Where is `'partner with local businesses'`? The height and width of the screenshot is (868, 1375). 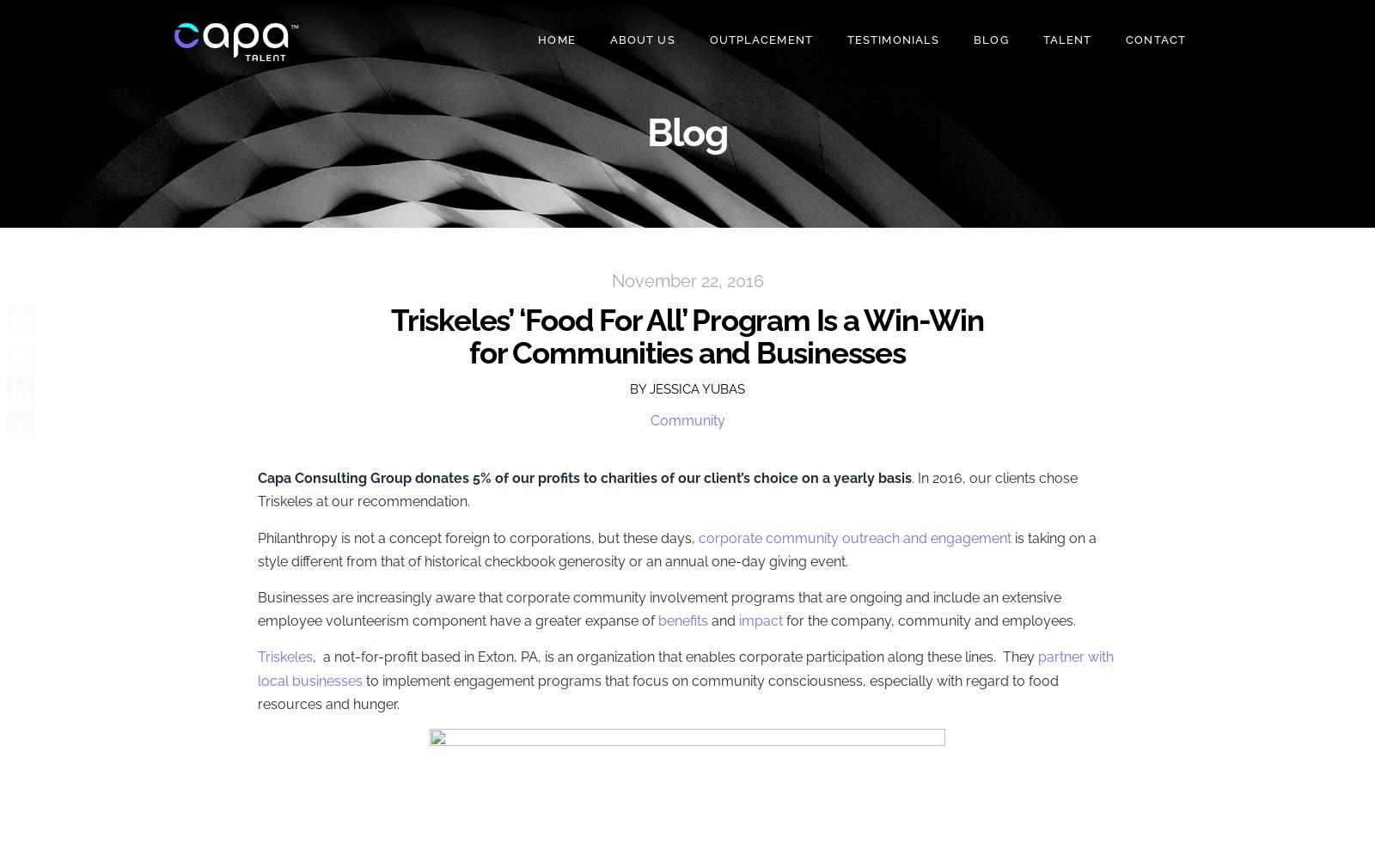
'partner with local businesses' is located at coordinates (686, 669).